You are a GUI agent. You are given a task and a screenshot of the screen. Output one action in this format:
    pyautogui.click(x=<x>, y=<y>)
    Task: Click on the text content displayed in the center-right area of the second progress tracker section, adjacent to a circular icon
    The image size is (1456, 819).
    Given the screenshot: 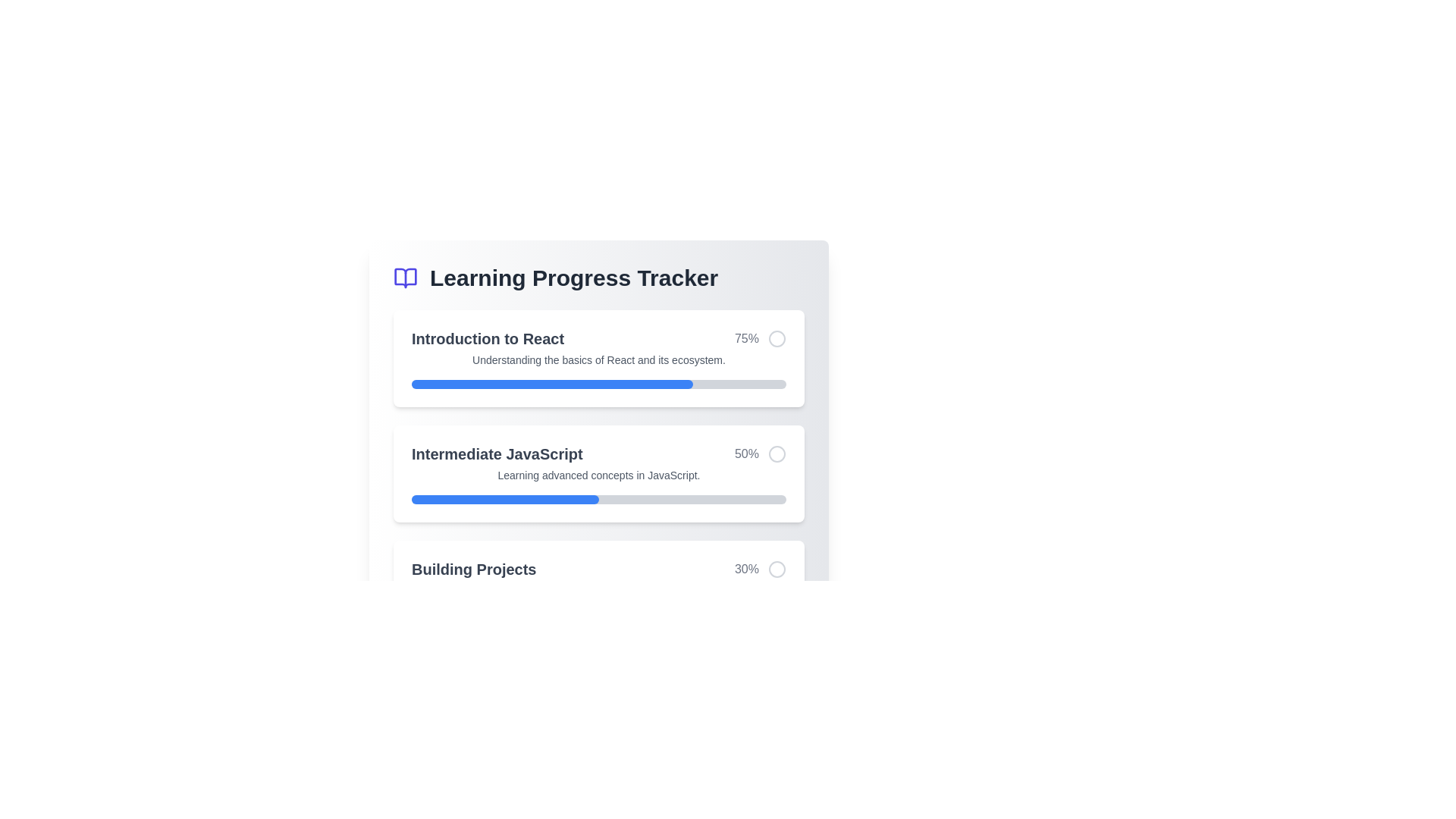 What is the action you would take?
    pyautogui.click(x=746, y=453)
    